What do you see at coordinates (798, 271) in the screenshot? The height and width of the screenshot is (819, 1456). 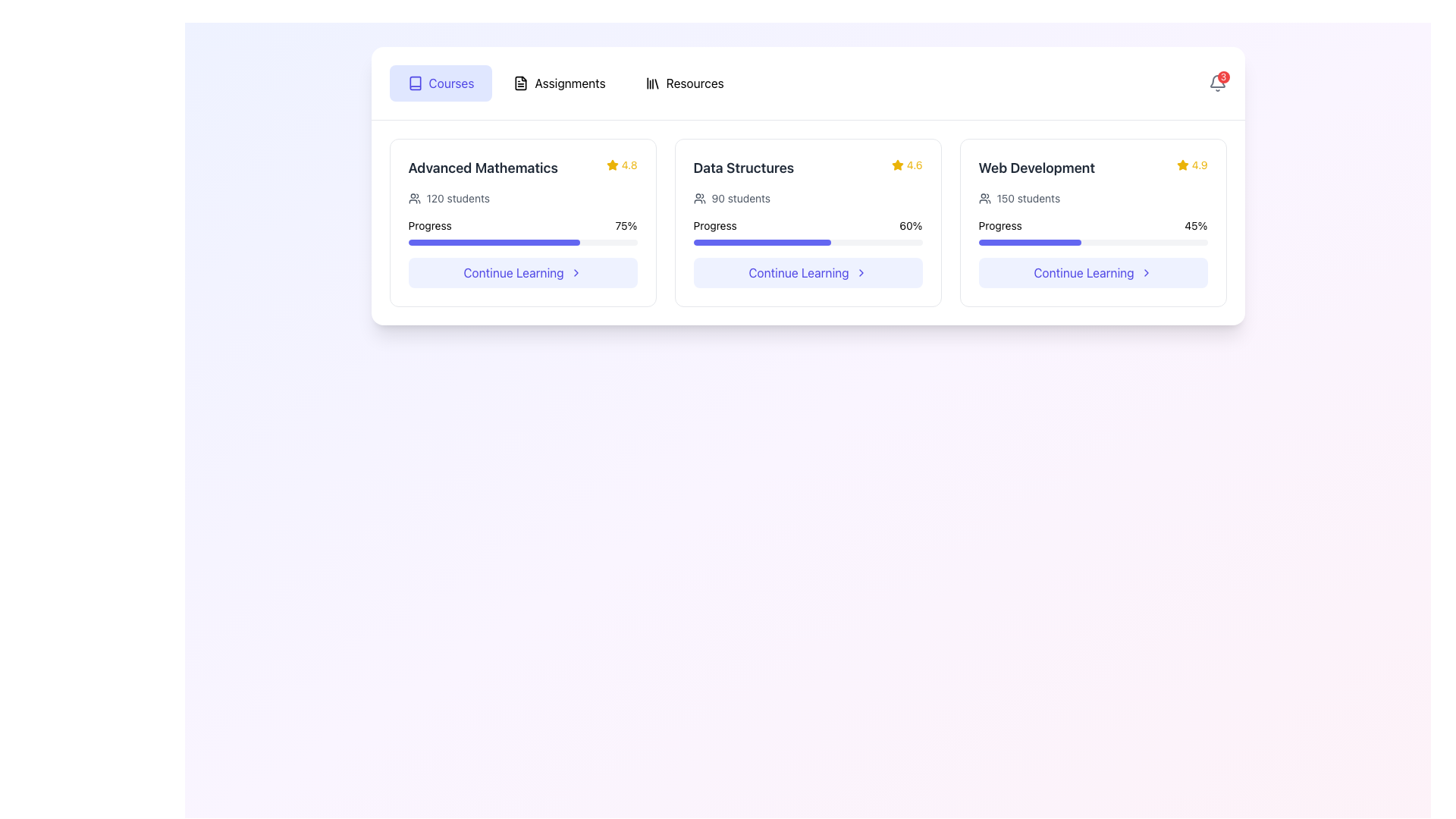 I see `the actionable text label within the second card titled 'Data Structures'` at bounding box center [798, 271].